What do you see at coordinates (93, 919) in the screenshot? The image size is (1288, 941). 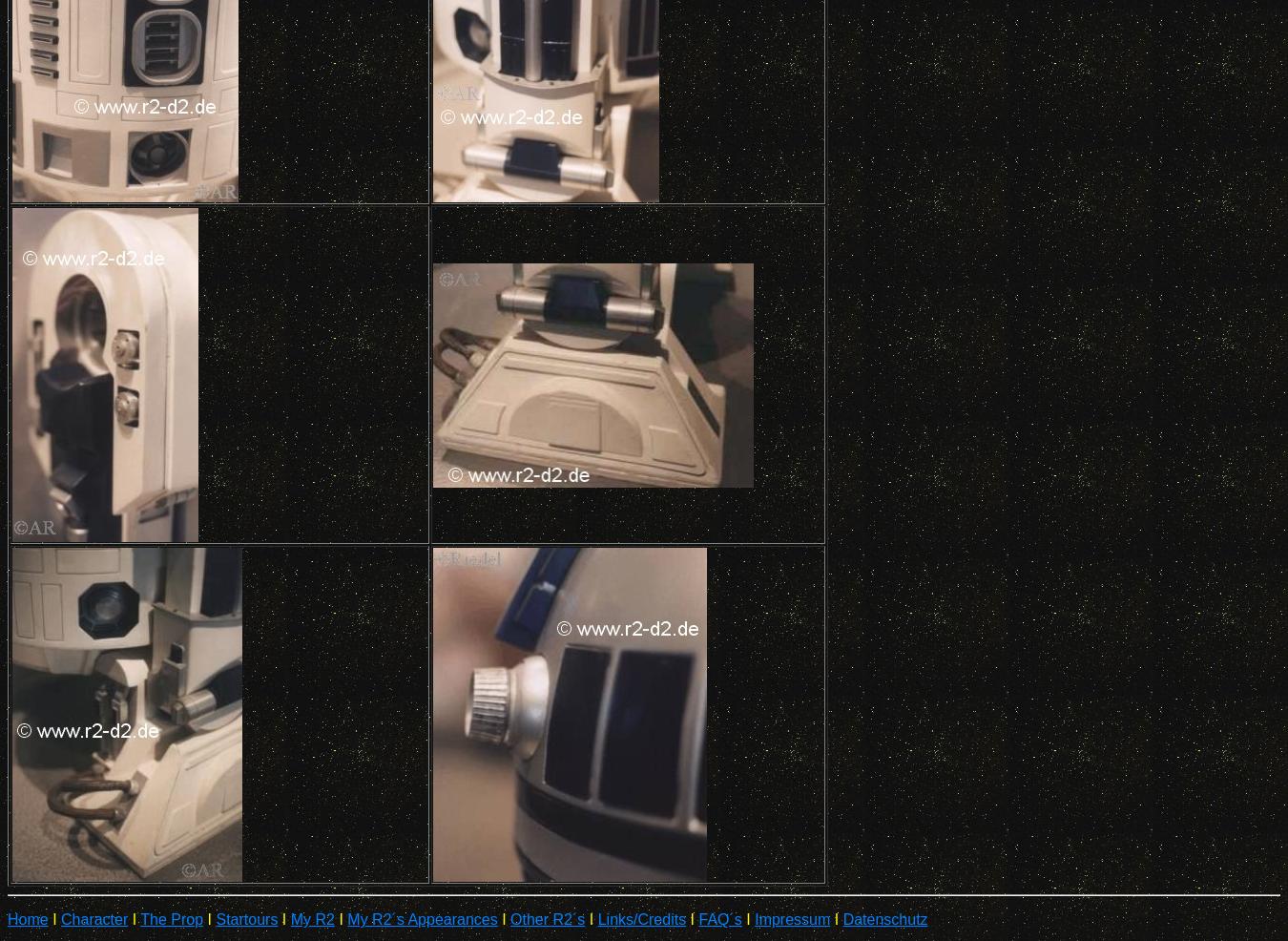 I see `'Character'` at bounding box center [93, 919].